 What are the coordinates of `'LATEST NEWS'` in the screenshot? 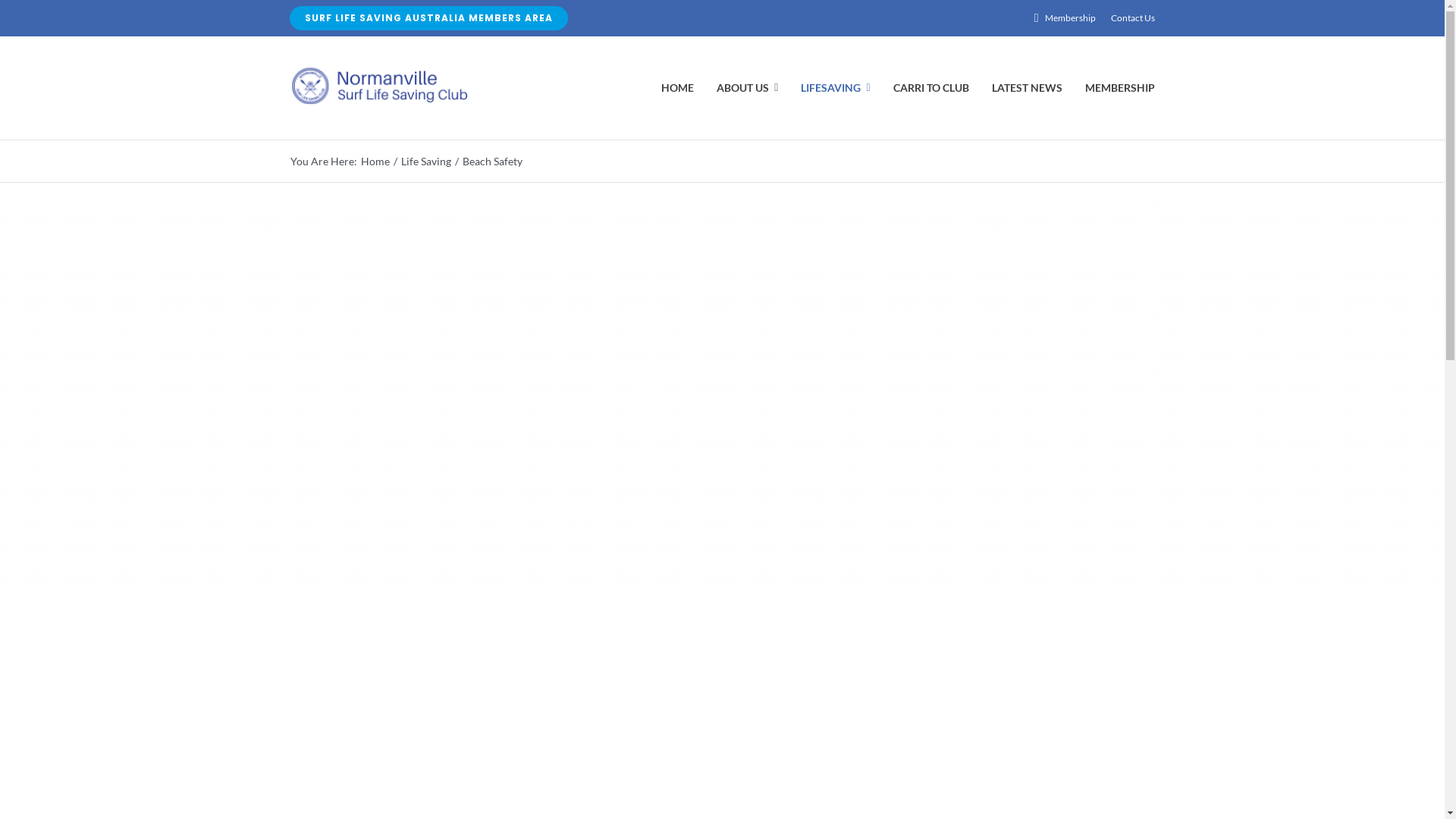 It's located at (1027, 87).